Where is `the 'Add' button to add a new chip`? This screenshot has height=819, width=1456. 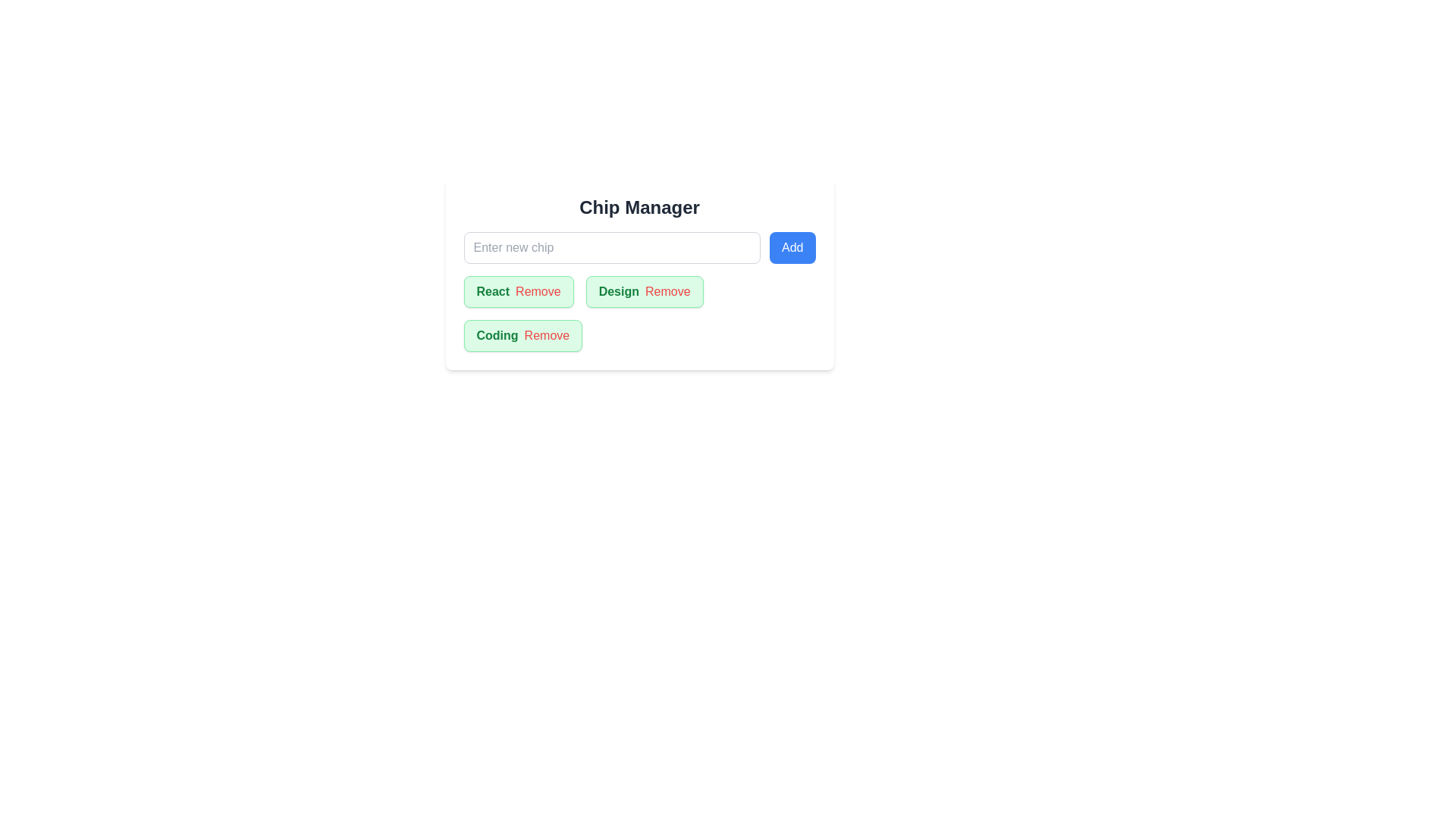 the 'Add' button to add a new chip is located at coordinates (792, 247).